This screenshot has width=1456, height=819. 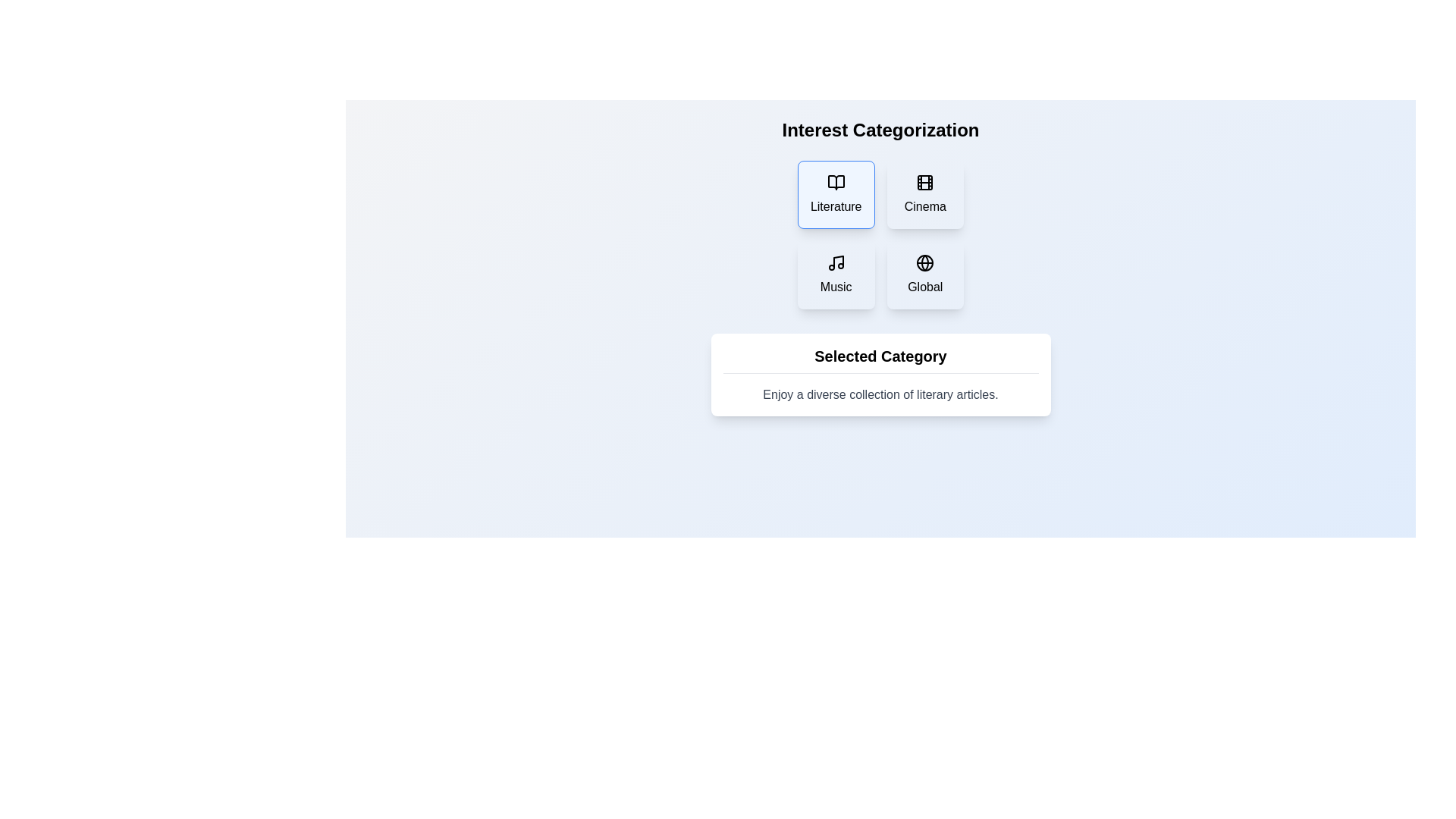 What do you see at coordinates (835, 262) in the screenshot?
I see `the musical note icon located at the center of the 'Music' card` at bounding box center [835, 262].